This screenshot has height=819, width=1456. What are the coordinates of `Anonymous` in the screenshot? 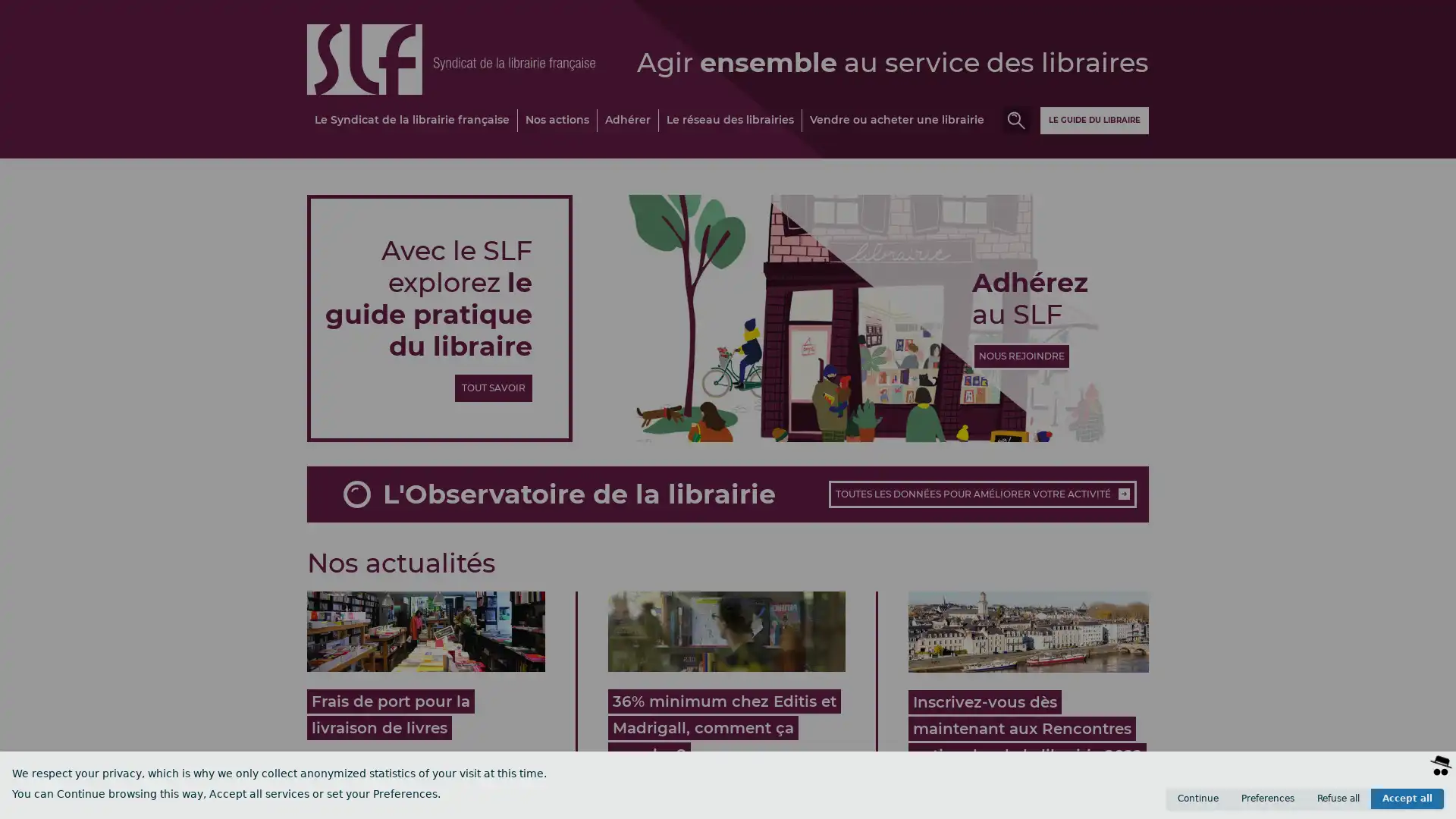 It's located at (1297, 803).